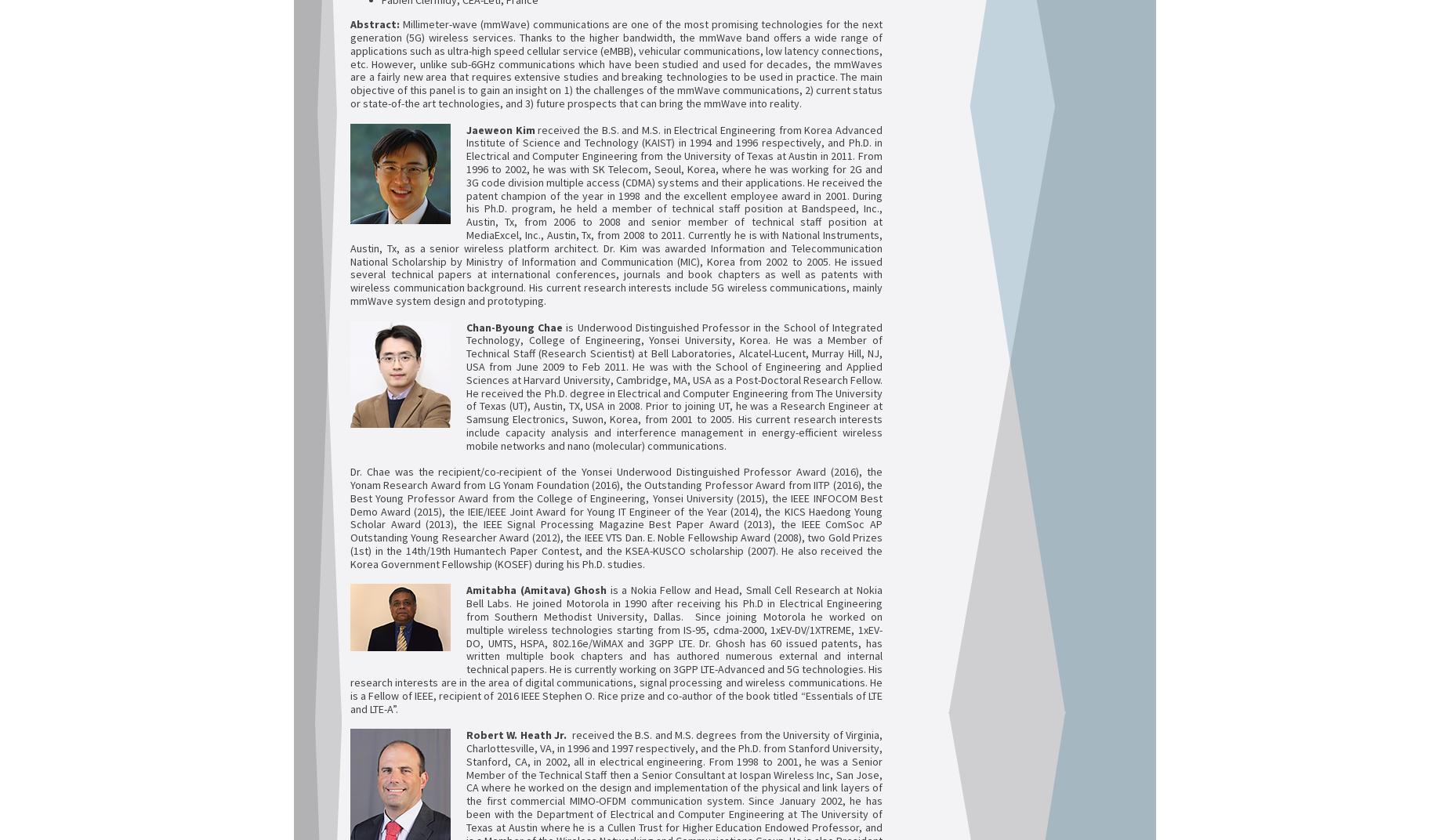 Image resolution: width=1450 pixels, height=840 pixels. What do you see at coordinates (567, 589) in the screenshot?
I see `')'` at bounding box center [567, 589].